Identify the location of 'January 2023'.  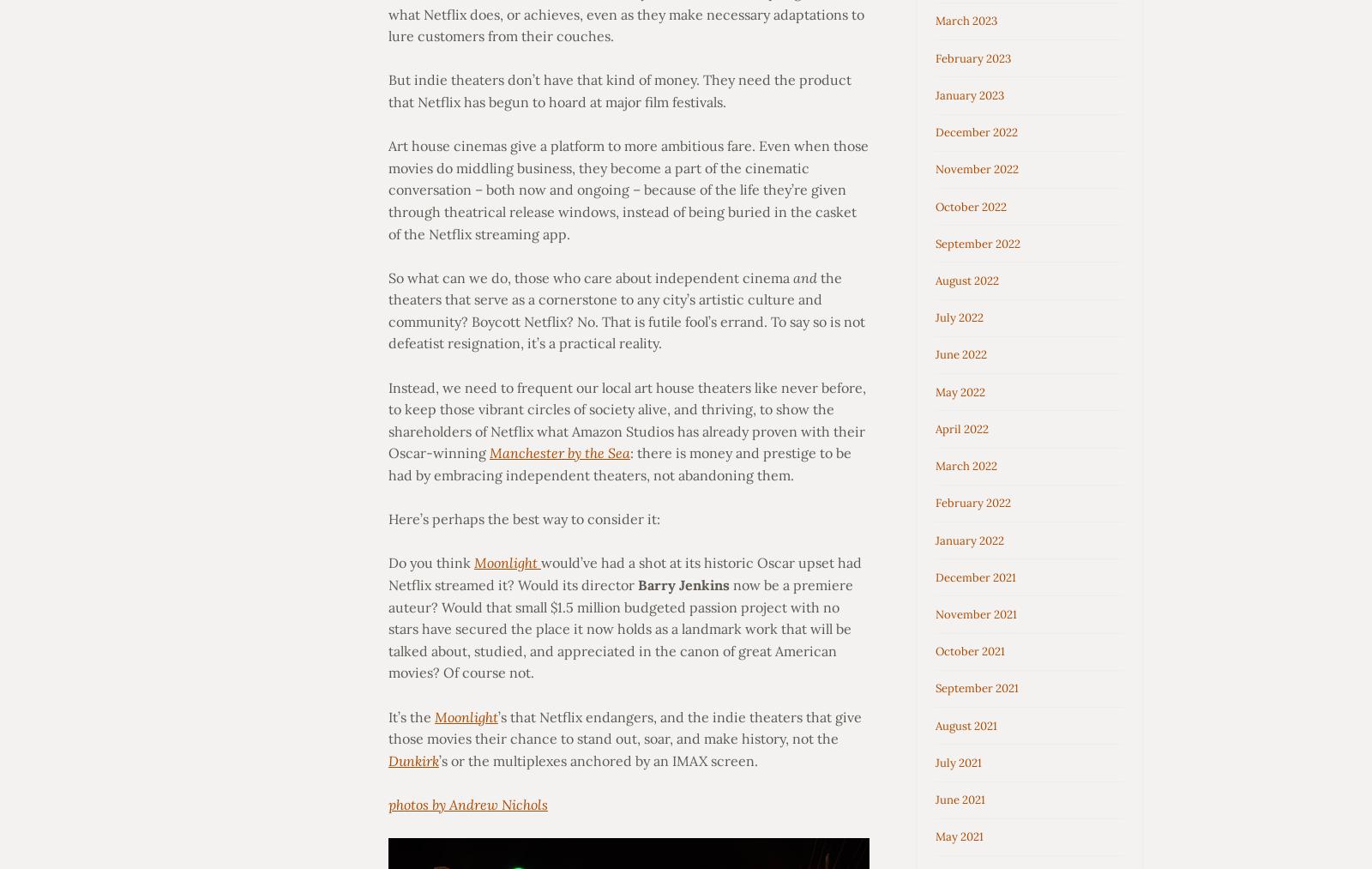
(970, 94).